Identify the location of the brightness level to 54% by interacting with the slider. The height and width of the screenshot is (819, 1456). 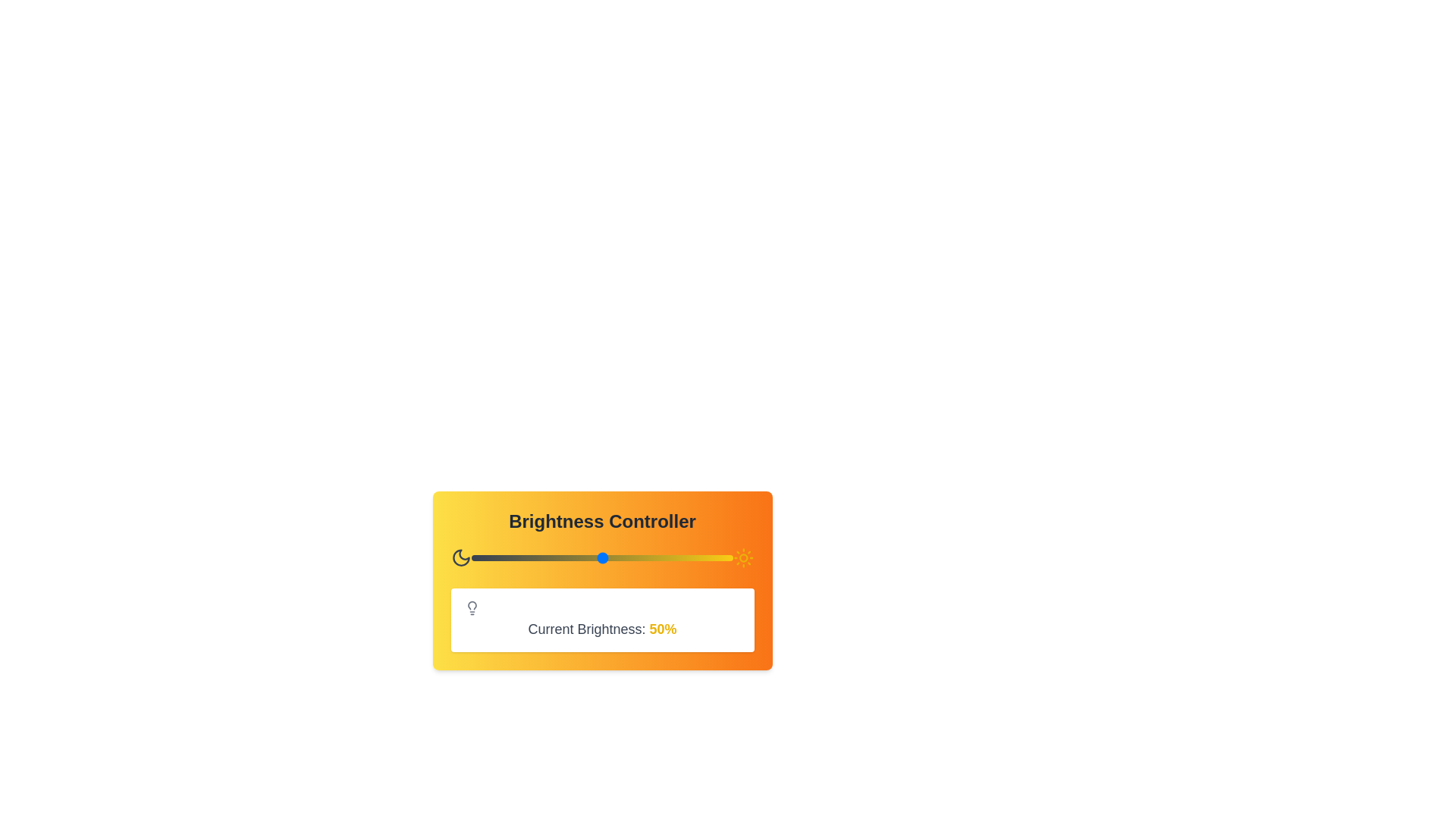
(613, 558).